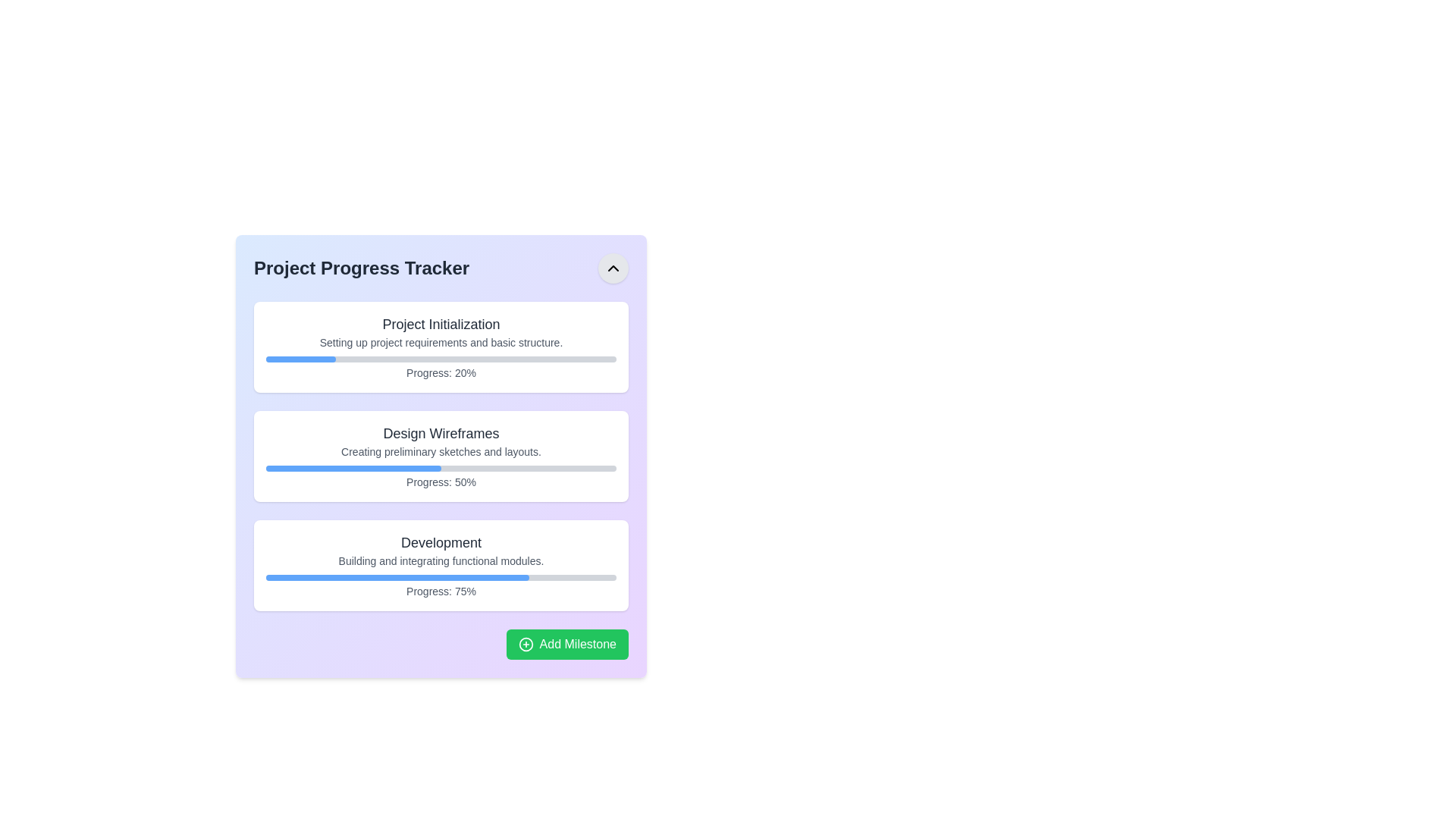  I want to click on the circular icon within the green 'Add Milestone' button located at the bottom of the interface, which suggests an addition or creation functionality for milestones, so click(526, 644).